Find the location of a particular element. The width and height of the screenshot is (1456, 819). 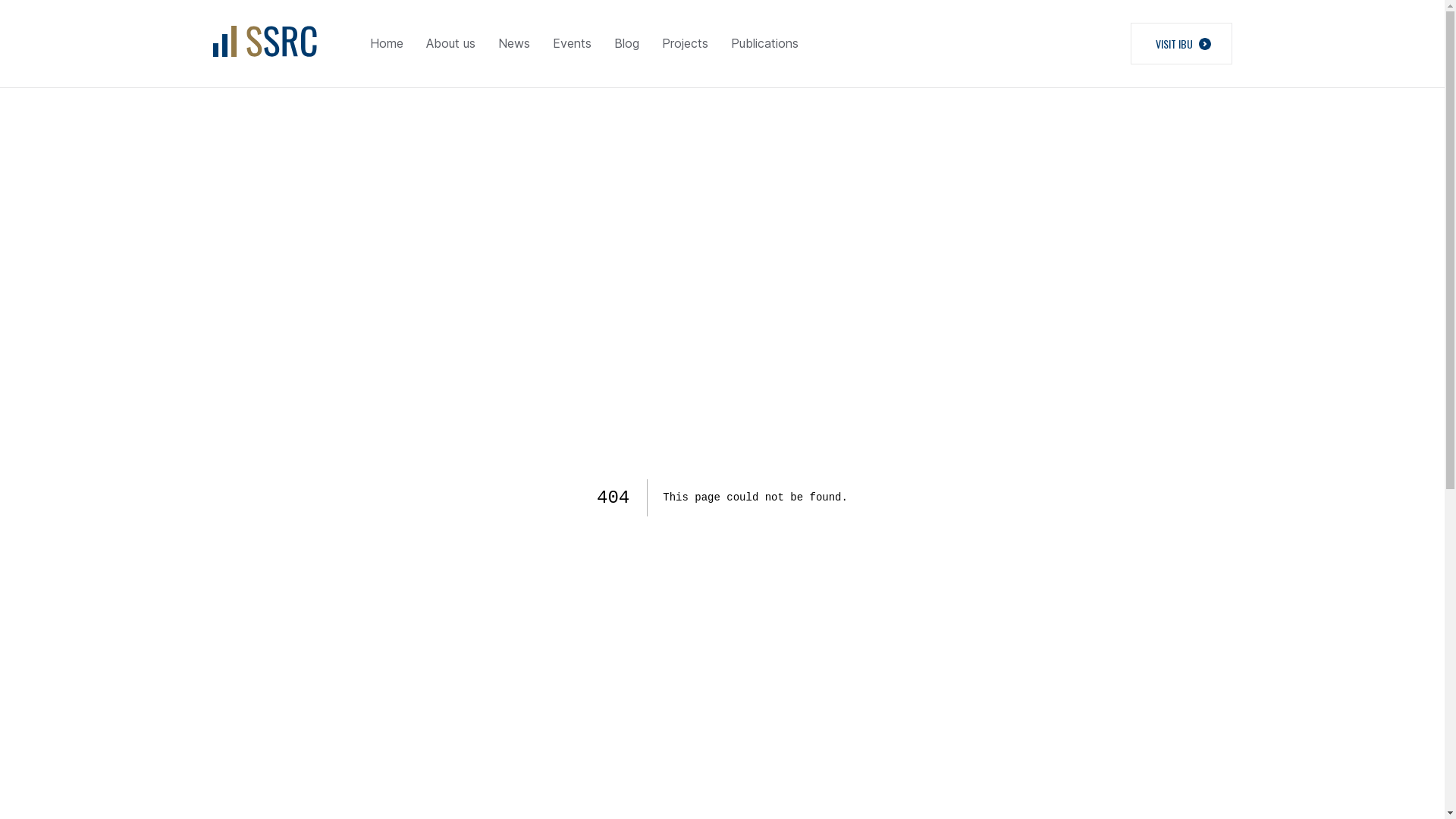

'News' is located at coordinates (513, 42).